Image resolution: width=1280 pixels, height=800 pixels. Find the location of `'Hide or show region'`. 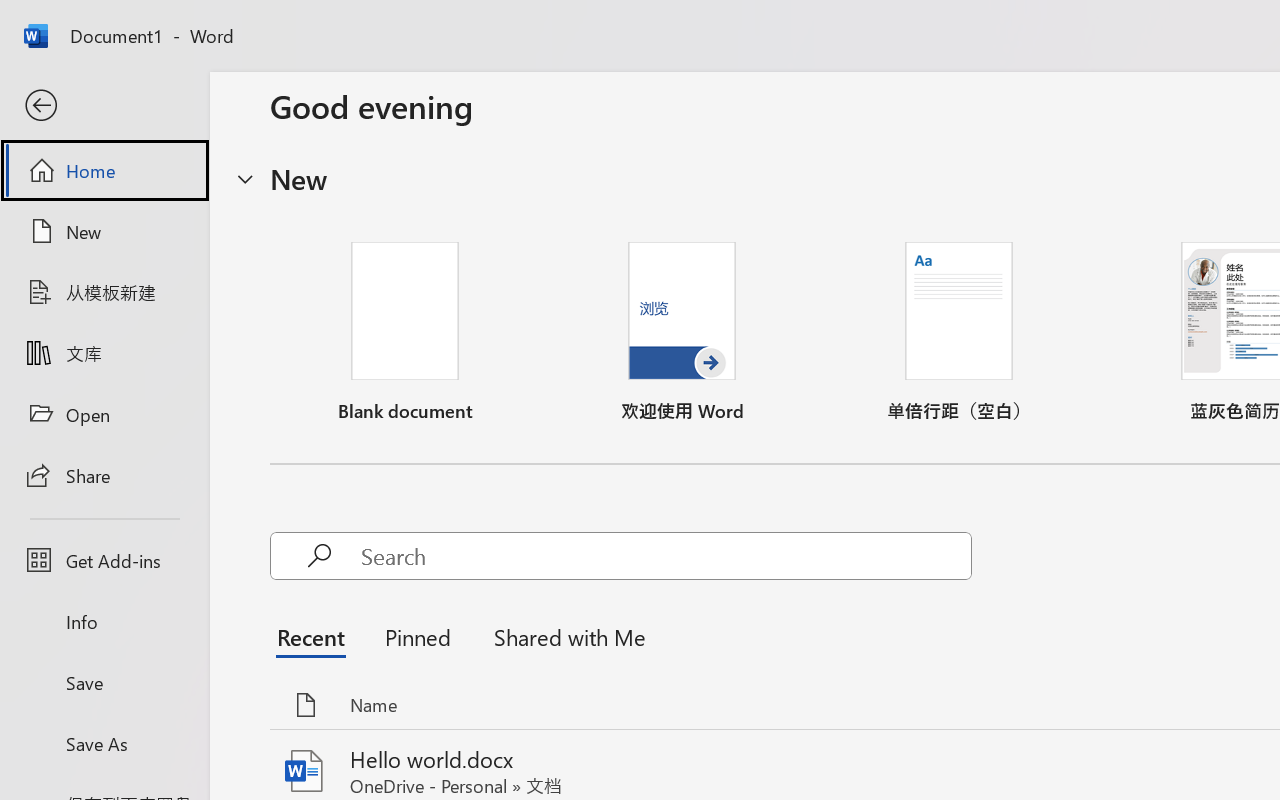

'Hide or show region' is located at coordinates (244, 177).